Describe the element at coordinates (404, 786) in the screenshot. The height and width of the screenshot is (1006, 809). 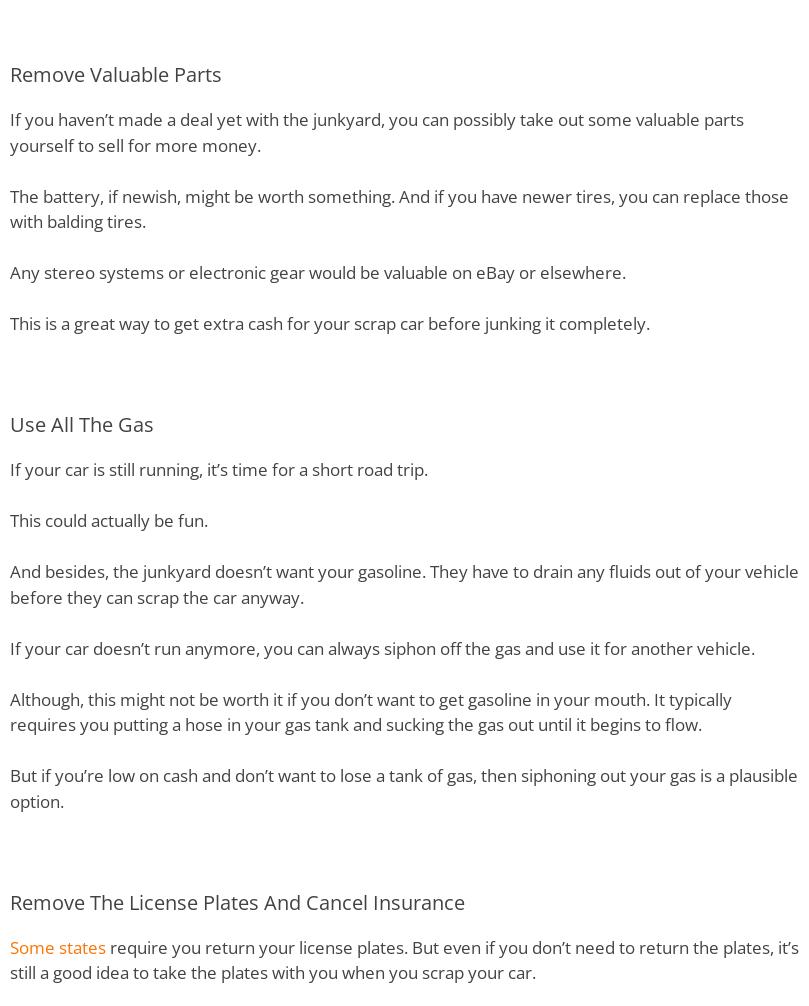
I see `'But if you’re low on cash and don’t want to lose a tank of gas, then siphoning out your gas is a plausible option.'` at that location.